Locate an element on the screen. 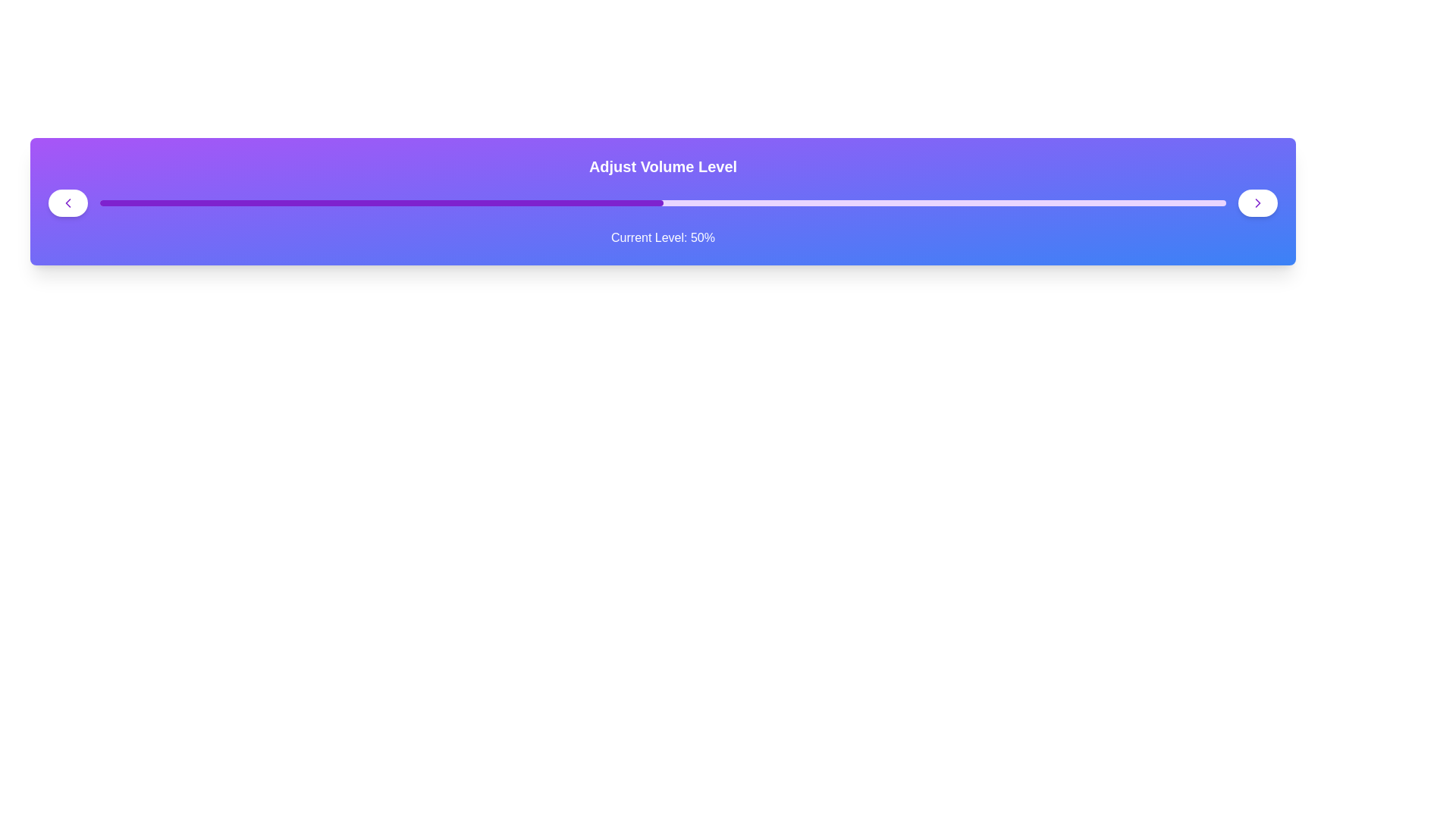 This screenshot has height=819, width=1456. the volume level is located at coordinates (168, 202).